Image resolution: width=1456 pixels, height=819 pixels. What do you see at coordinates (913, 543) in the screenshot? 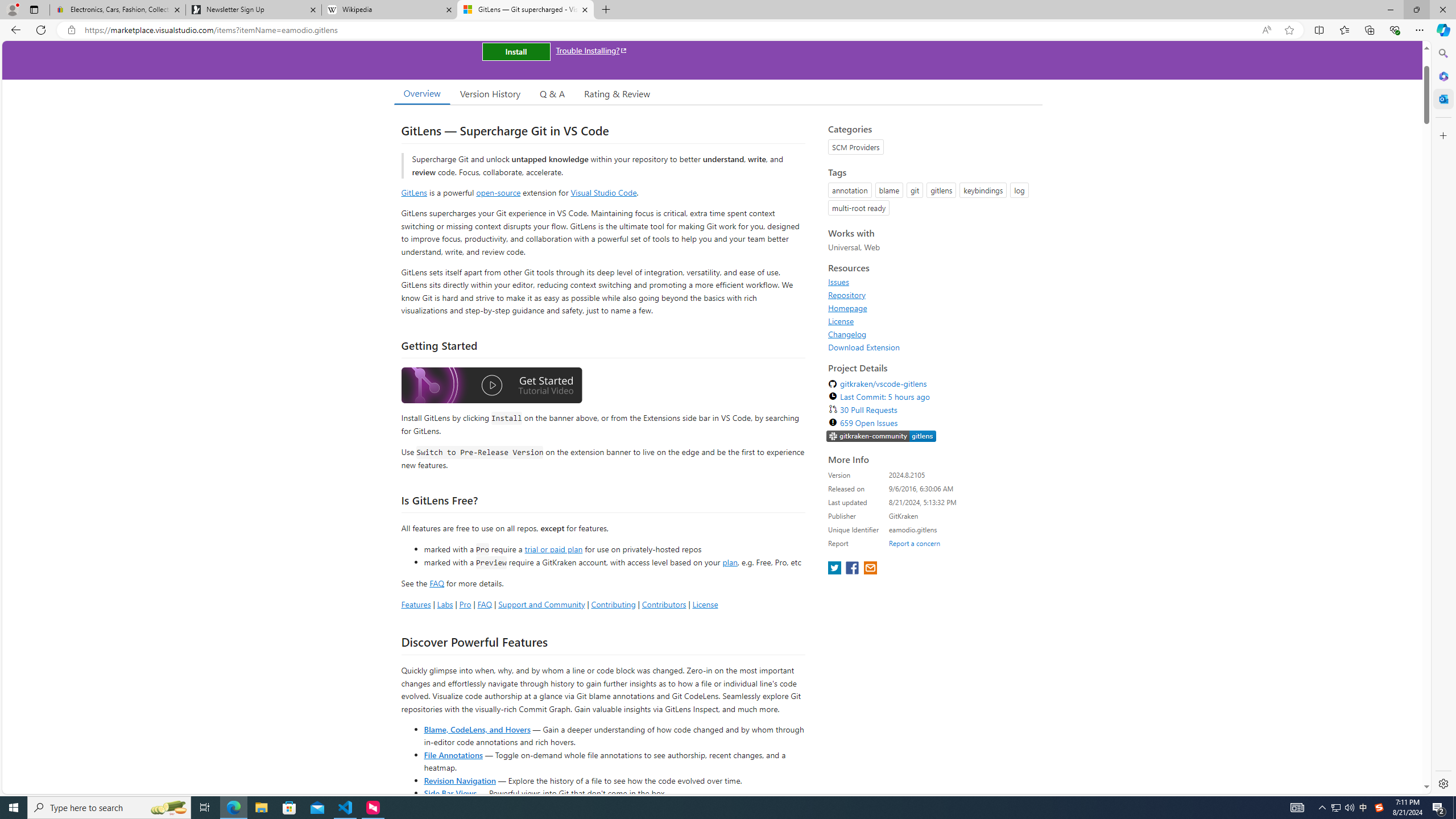
I see `'Report a concern'` at bounding box center [913, 543].